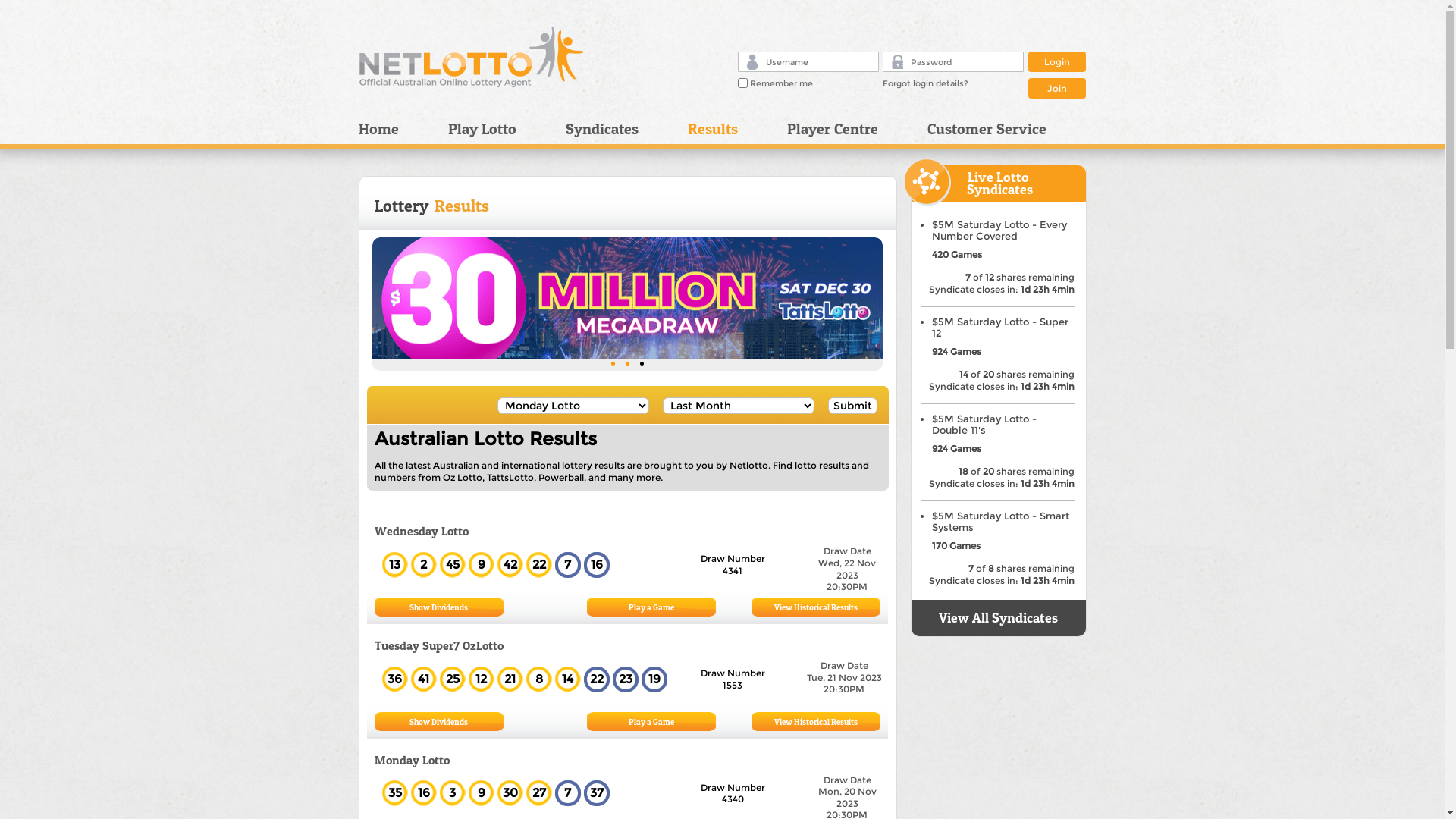 The height and width of the screenshot is (819, 1456). Describe the element at coordinates (651, 606) in the screenshot. I see `'Play a Game'` at that location.